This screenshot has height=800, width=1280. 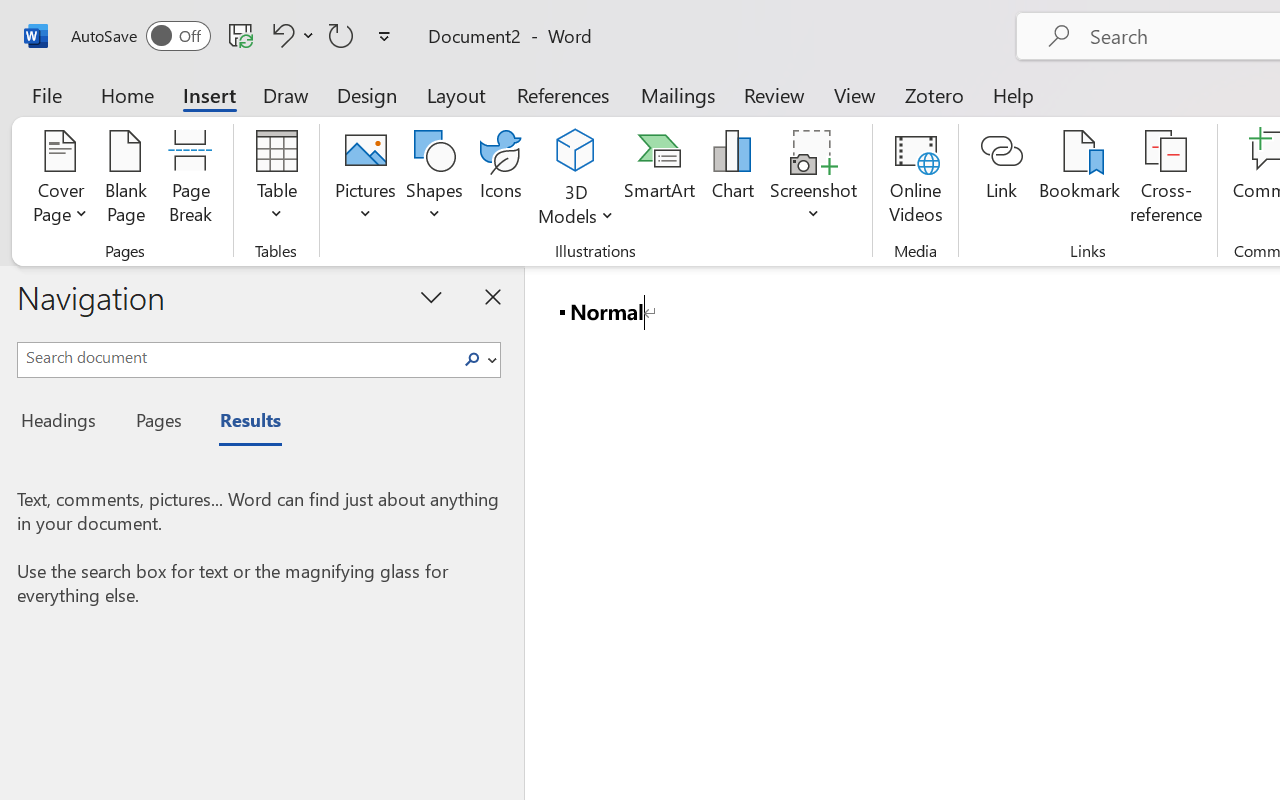 I want to click on 'Undo <ApplyStyleToDoc>b__0', so click(x=279, y=34).